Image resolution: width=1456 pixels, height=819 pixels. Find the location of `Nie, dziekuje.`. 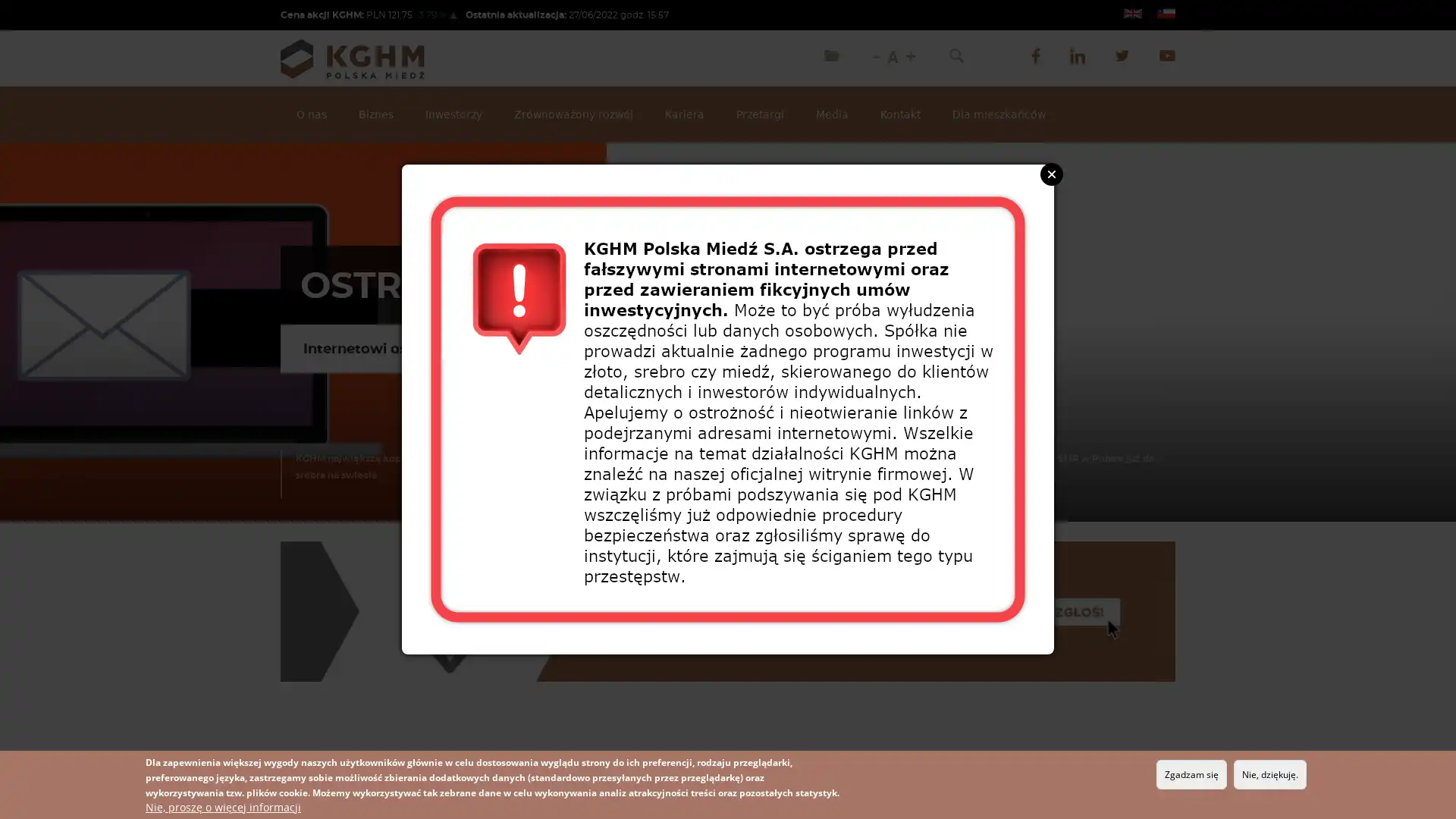

Nie, dziekuje. is located at coordinates (1270, 774).